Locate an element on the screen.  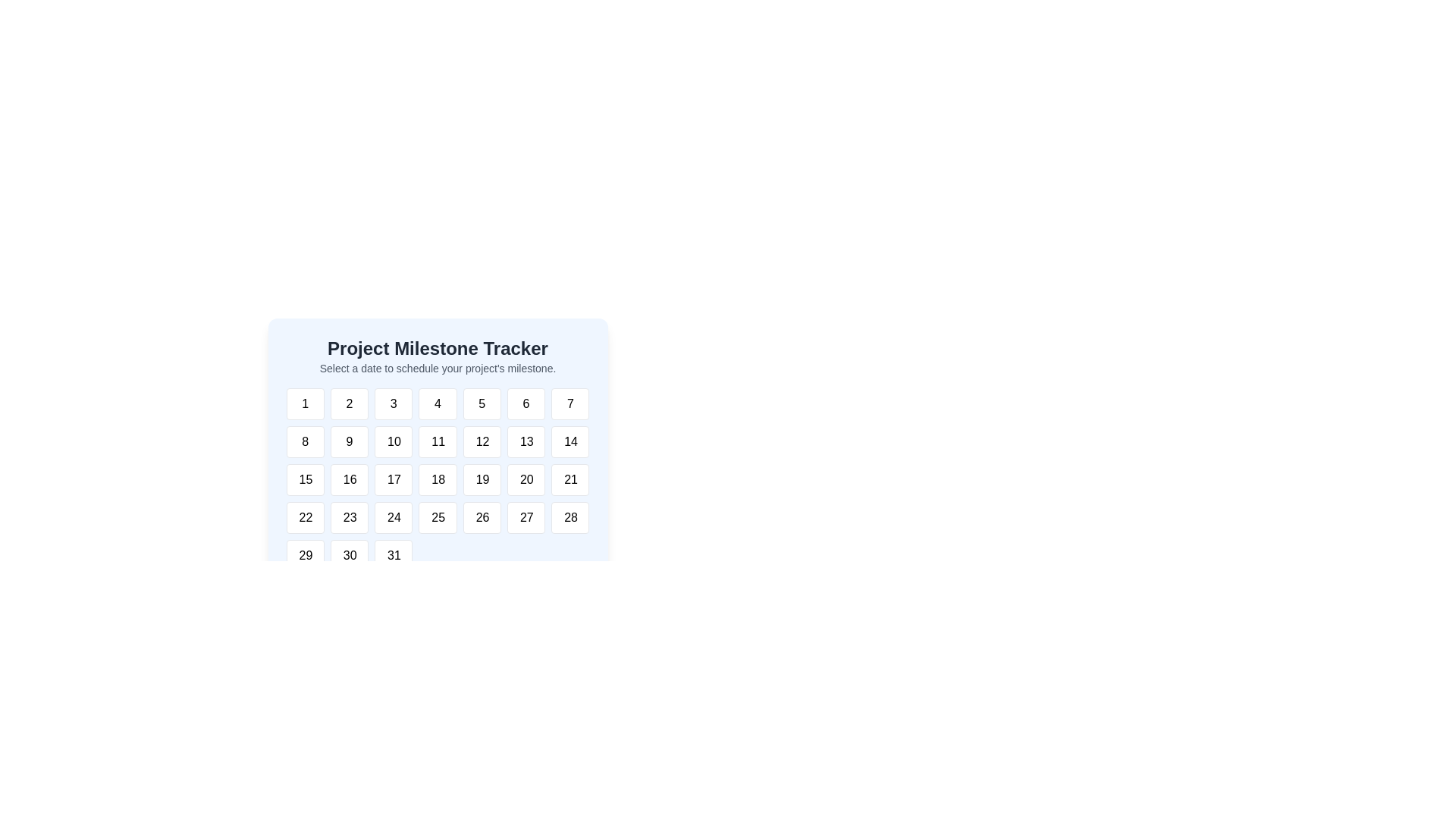
the button displaying the number '10' is located at coordinates (394, 441).